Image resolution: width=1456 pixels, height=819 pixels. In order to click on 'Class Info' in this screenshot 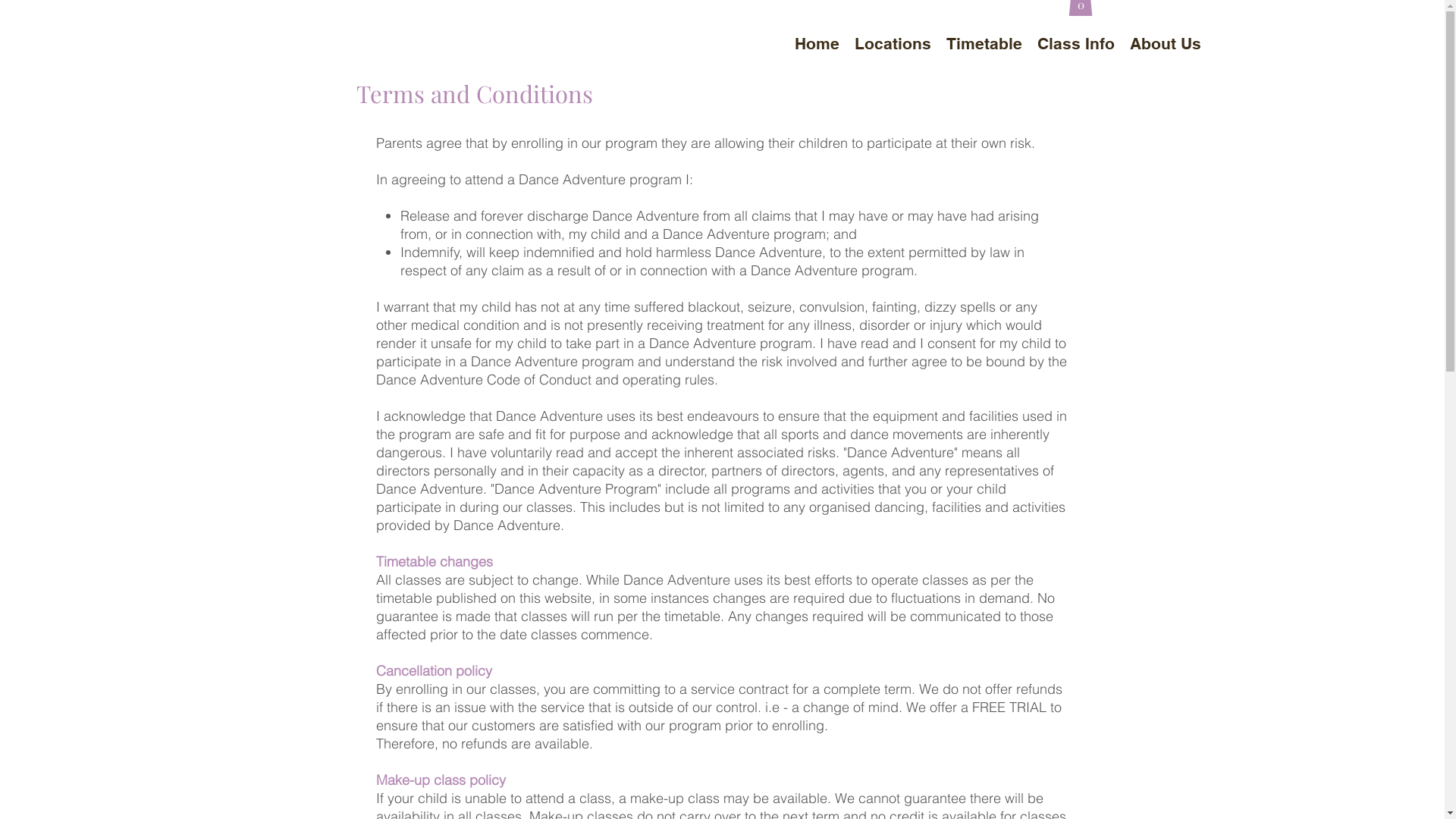, I will do `click(1075, 42)`.